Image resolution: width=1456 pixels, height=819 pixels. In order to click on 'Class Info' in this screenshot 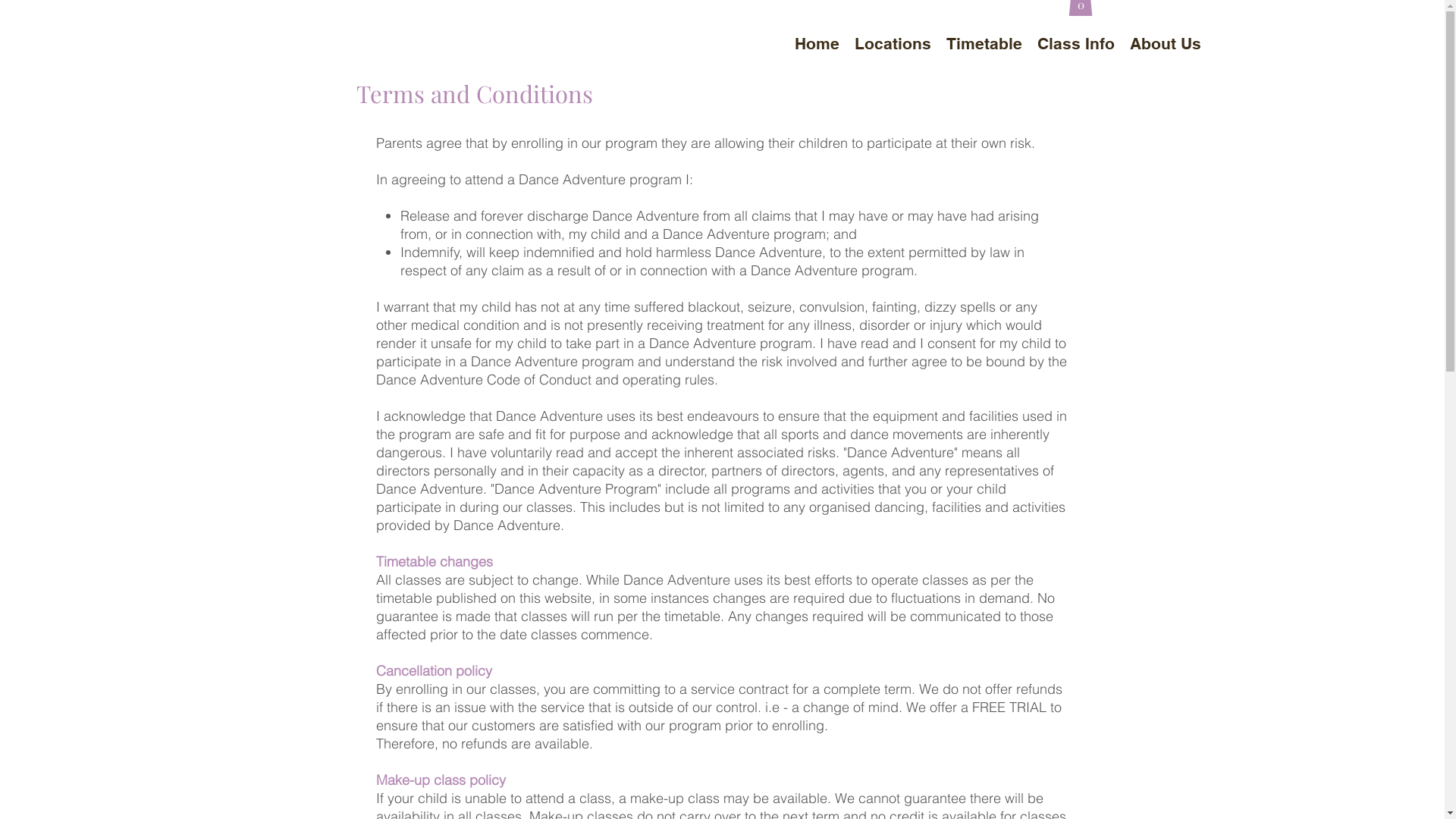, I will do `click(1075, 42)`.